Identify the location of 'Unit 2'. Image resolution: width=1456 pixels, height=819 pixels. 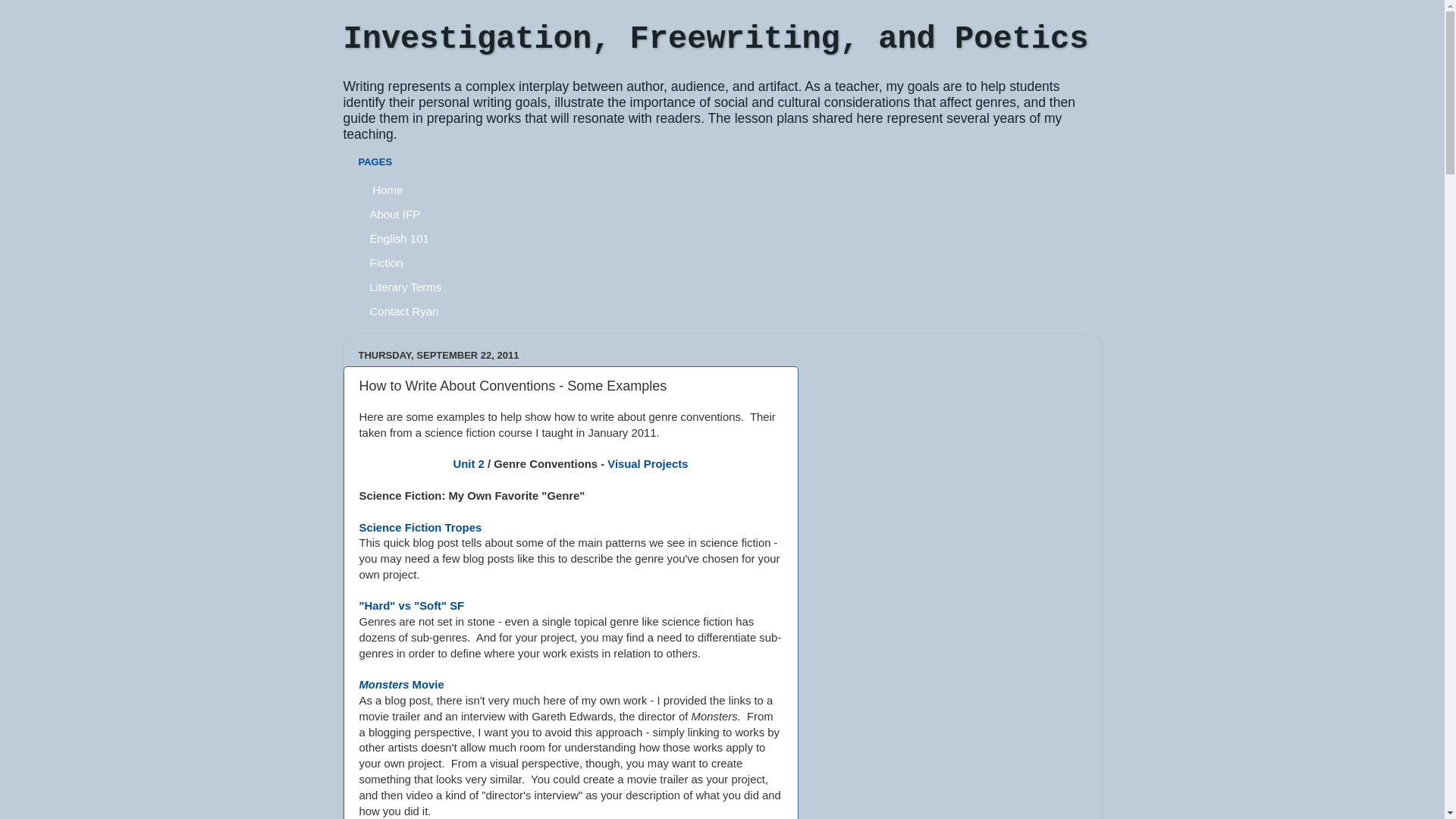
(468, 463).